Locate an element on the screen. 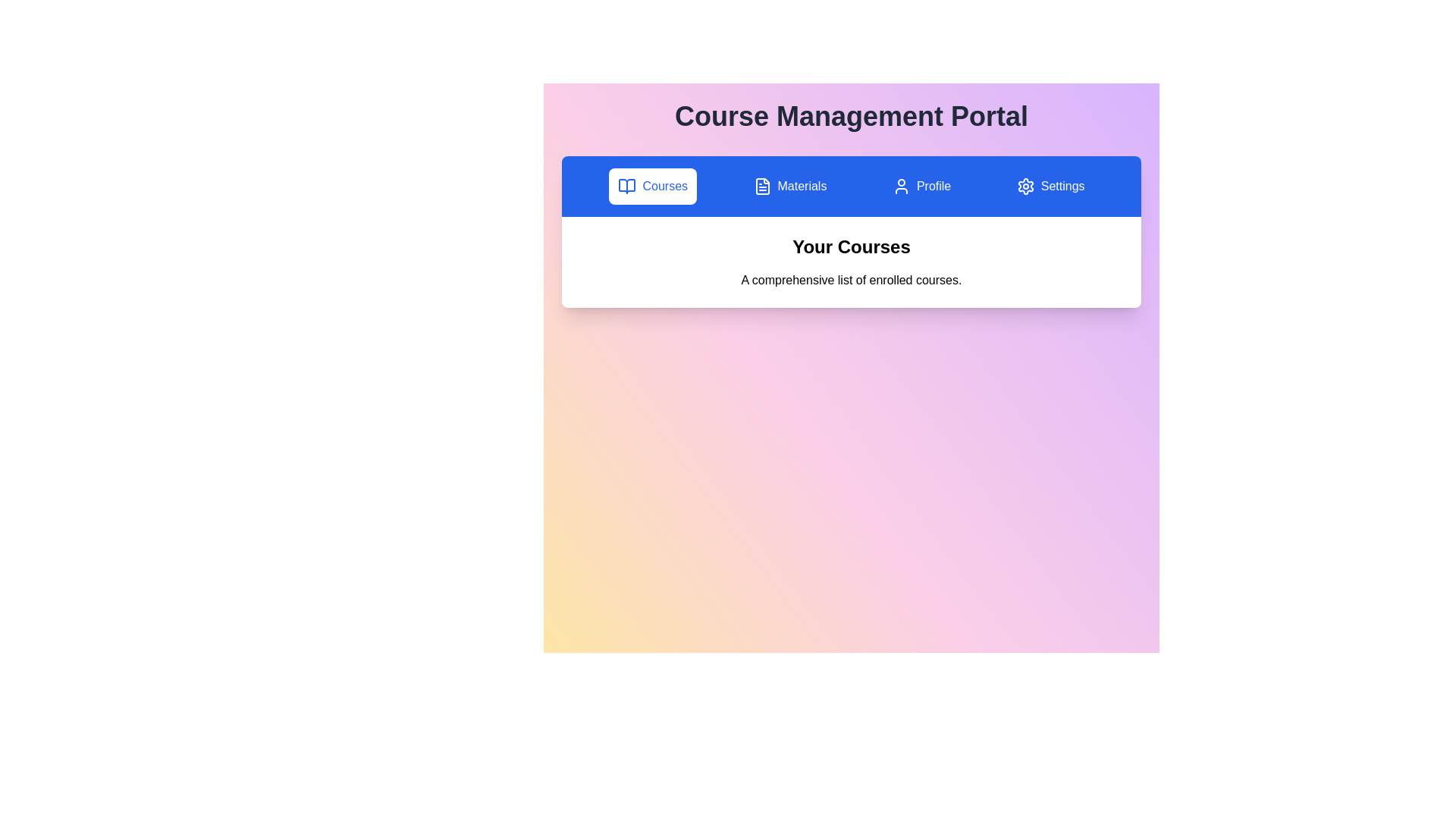 The image size is (1456, 819). the document icon located at the far-left of the header section is located at coordinates (762, 186).